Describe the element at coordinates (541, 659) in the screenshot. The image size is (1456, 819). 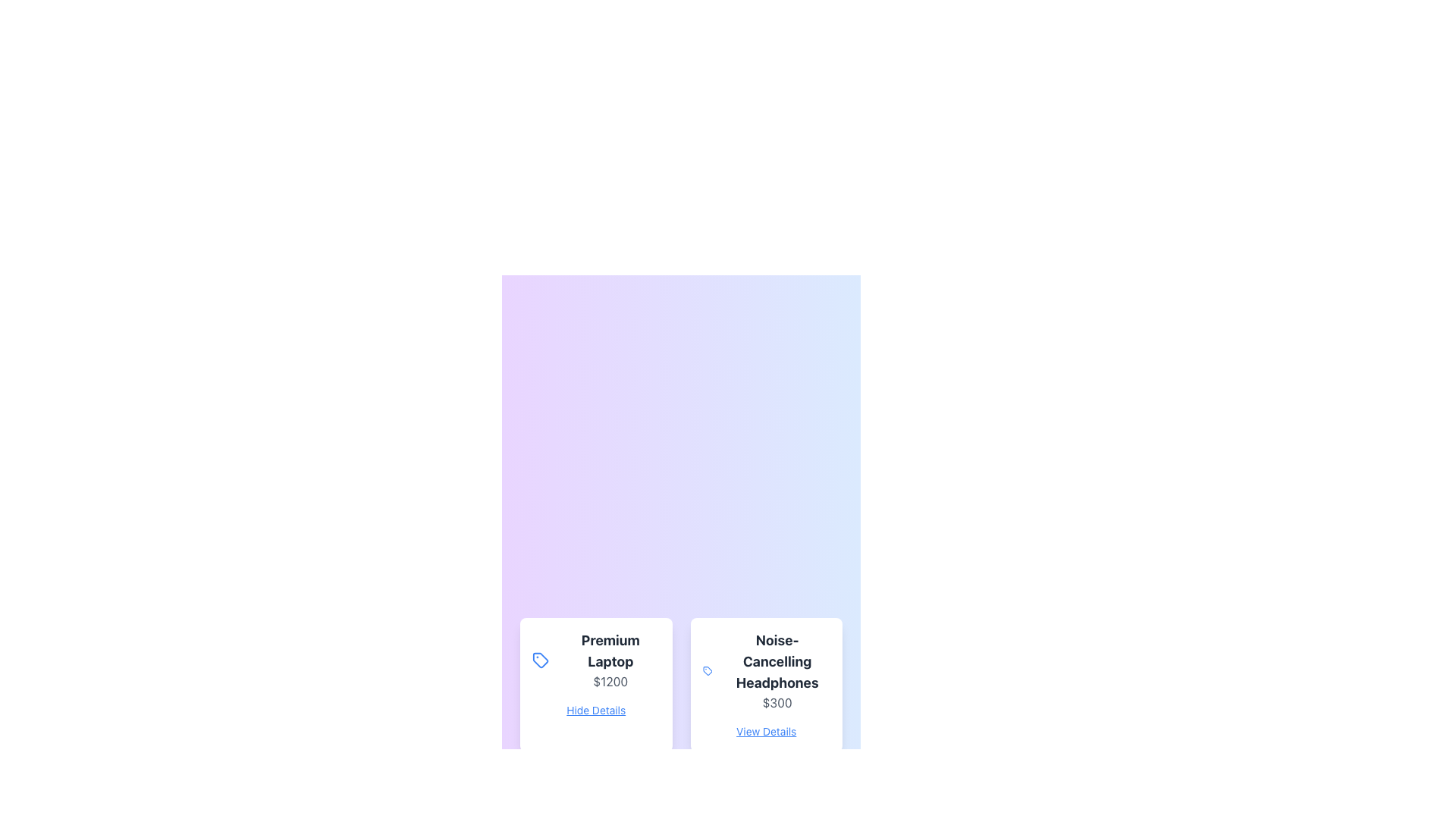
I see `the decorative icon for 'Premium Laptop' located to the left of the text within the card element displaying the price '$1200'` at that location.